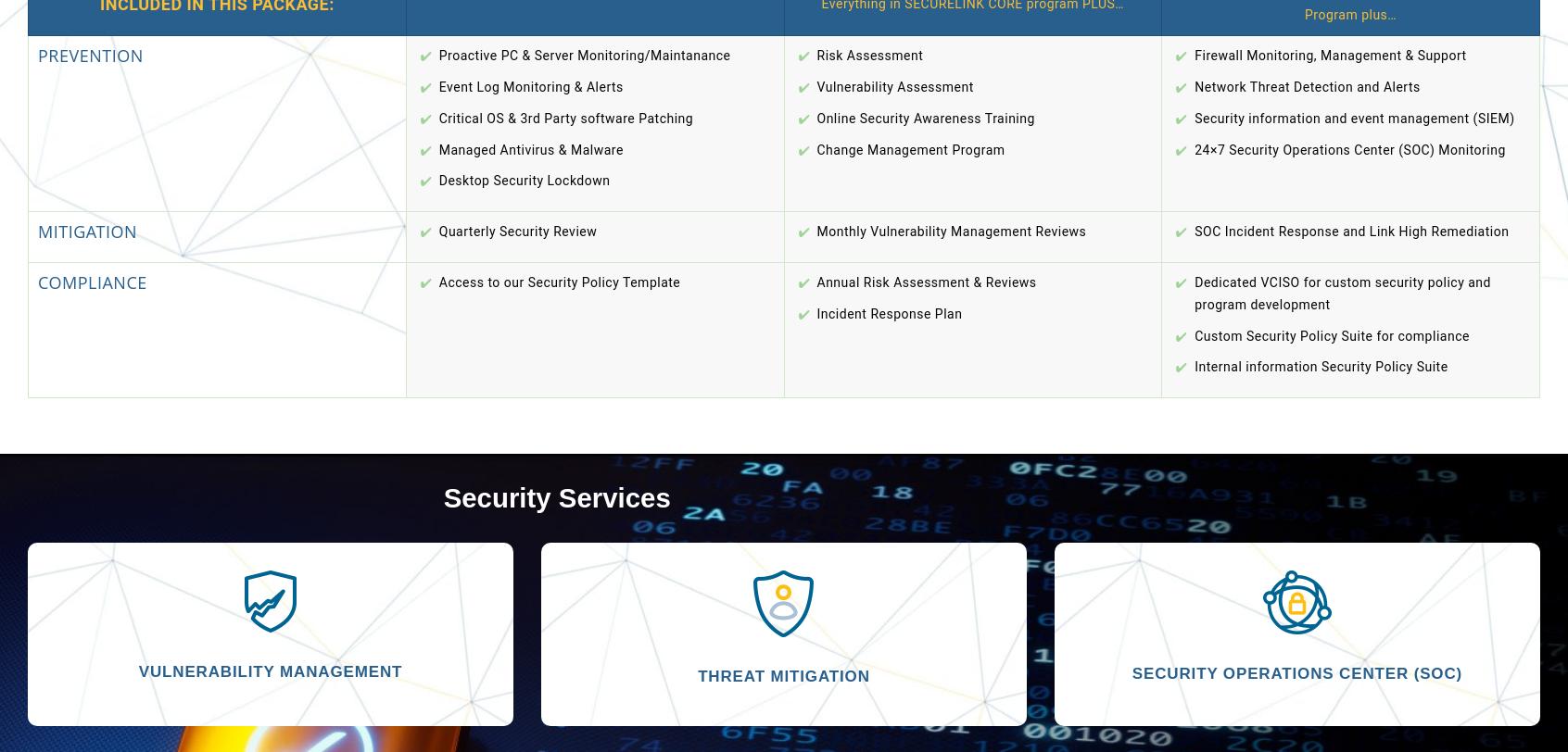 This screenshot has height=752, width=1568. Describe the element at coordinates (1220, 65) in the screenshot. I see `'Contact Link High Technologies Inc.'` at that location.